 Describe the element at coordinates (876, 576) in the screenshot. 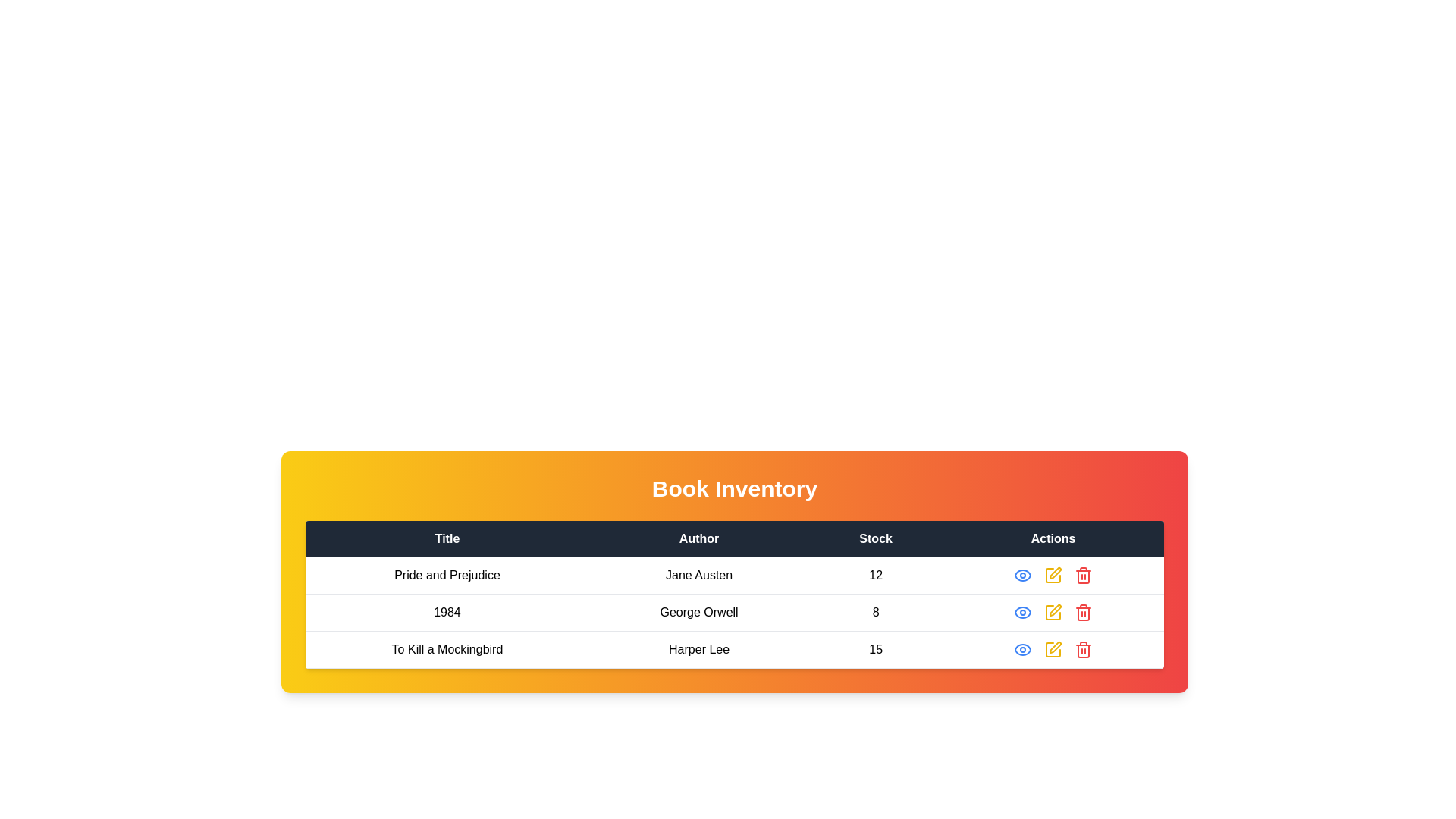

I see `the text display field that shows the stock quantity for the book 'Pride and Prejudice' by Jane Austen, located in the third column of the first data row under the 'Stock' header` at that location.